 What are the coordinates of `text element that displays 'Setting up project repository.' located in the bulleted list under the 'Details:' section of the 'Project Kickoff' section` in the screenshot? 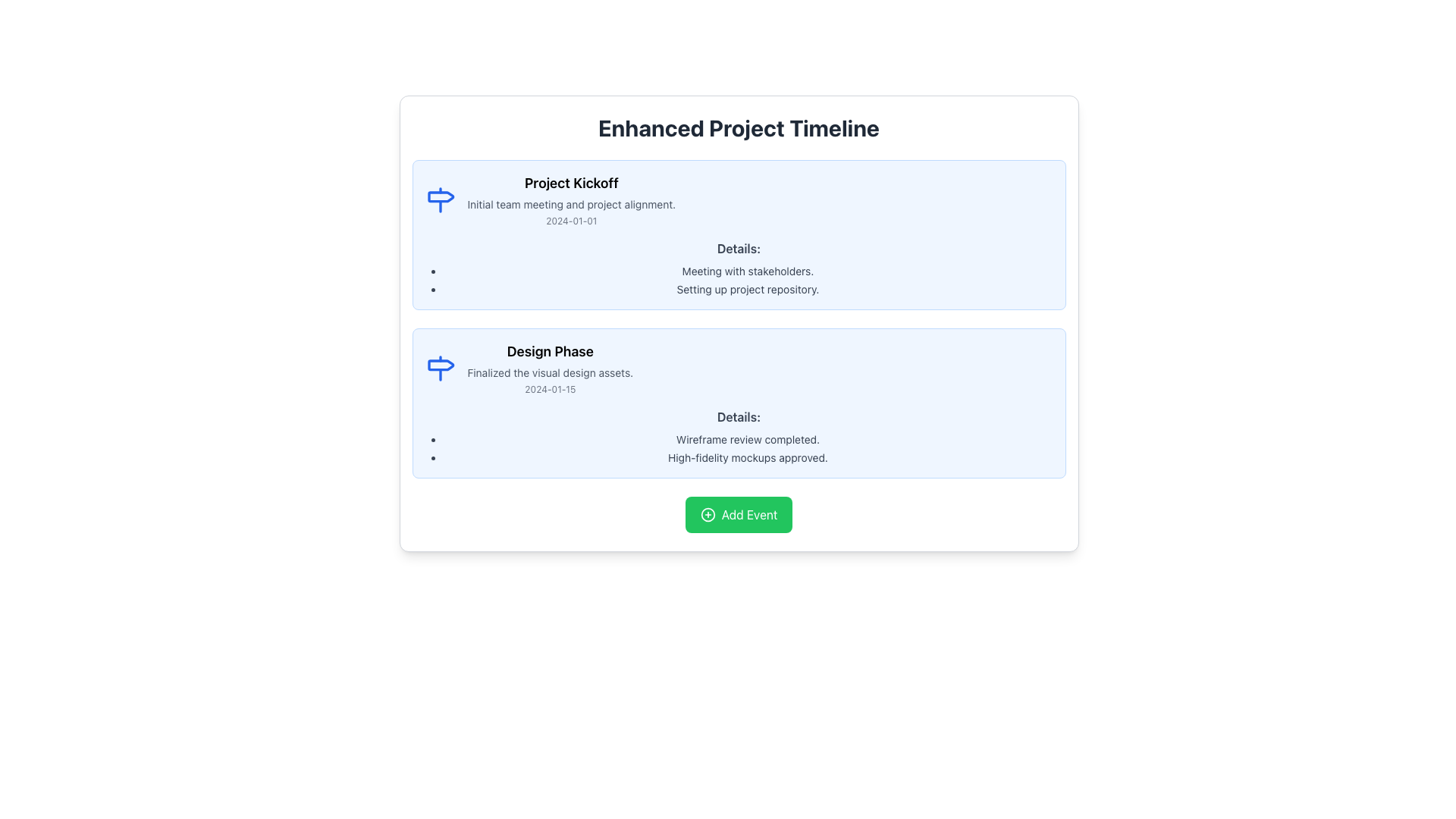 It's located at (748, 289).